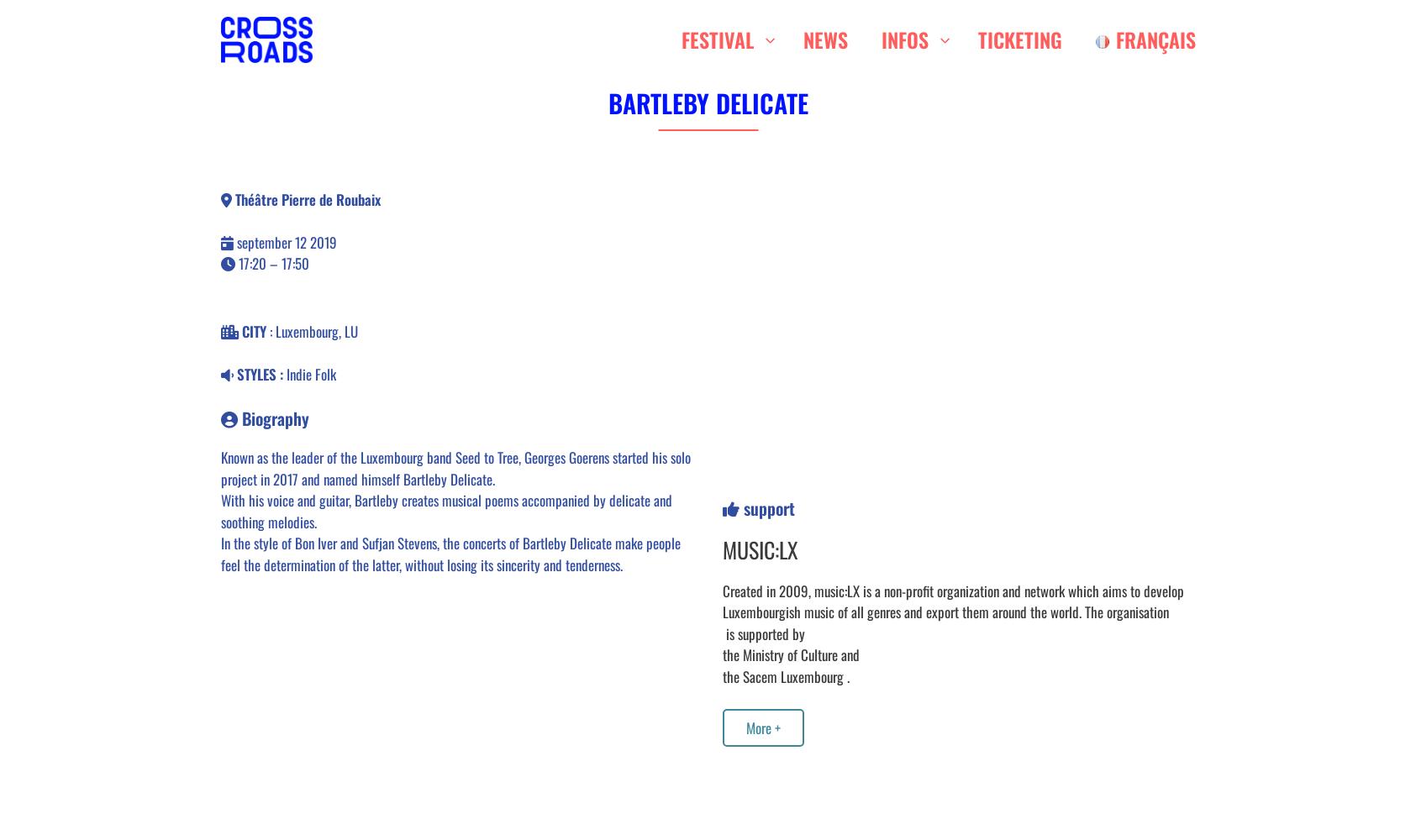 The height and width of the screenshot is (840, 1416). Describe the element at coordinates (455, 468) in the screenshot. I see `'Known as the leader of the Luxembourg band Seed to Tree, Georges Goerens started his solo project in 2017 and named himself Bartleby Delicate.'` at that location.